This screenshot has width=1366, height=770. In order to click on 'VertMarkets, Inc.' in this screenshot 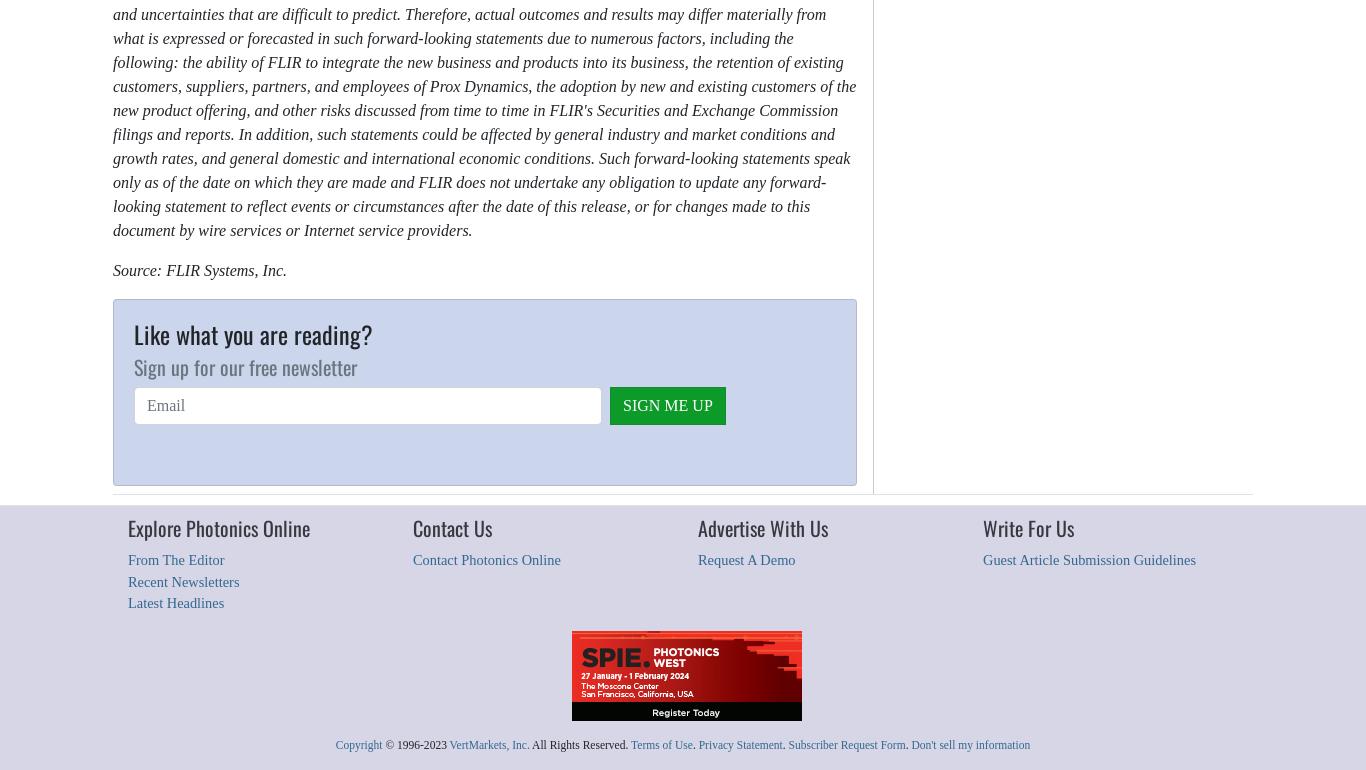, I will do `click(489, 742)`.